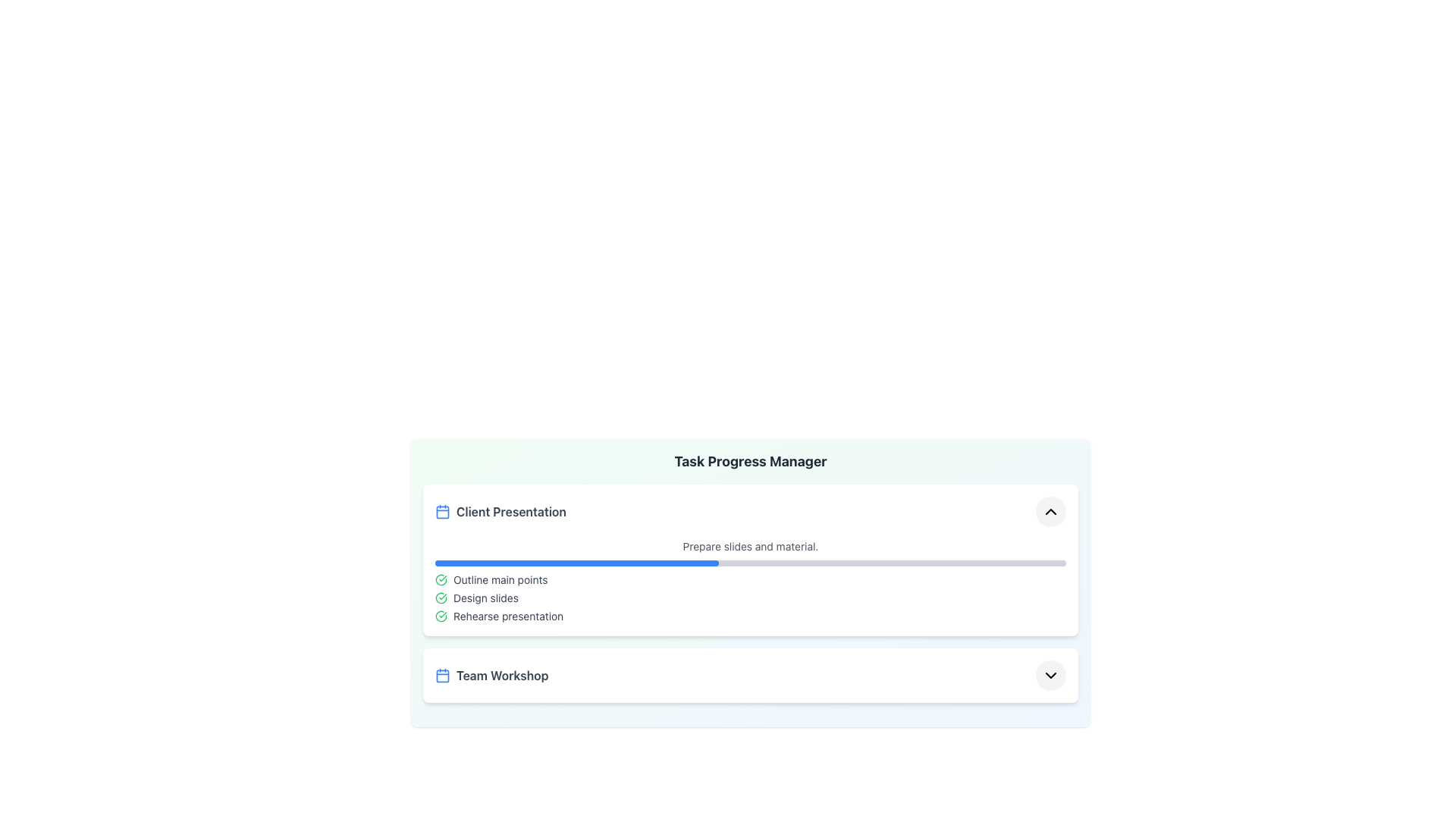  I want to click on the status of the task represented by the icon indicating that 'Rehearse presentation' has been successfully completed, located in the 'Client Presentation' section, so click(440, 617).